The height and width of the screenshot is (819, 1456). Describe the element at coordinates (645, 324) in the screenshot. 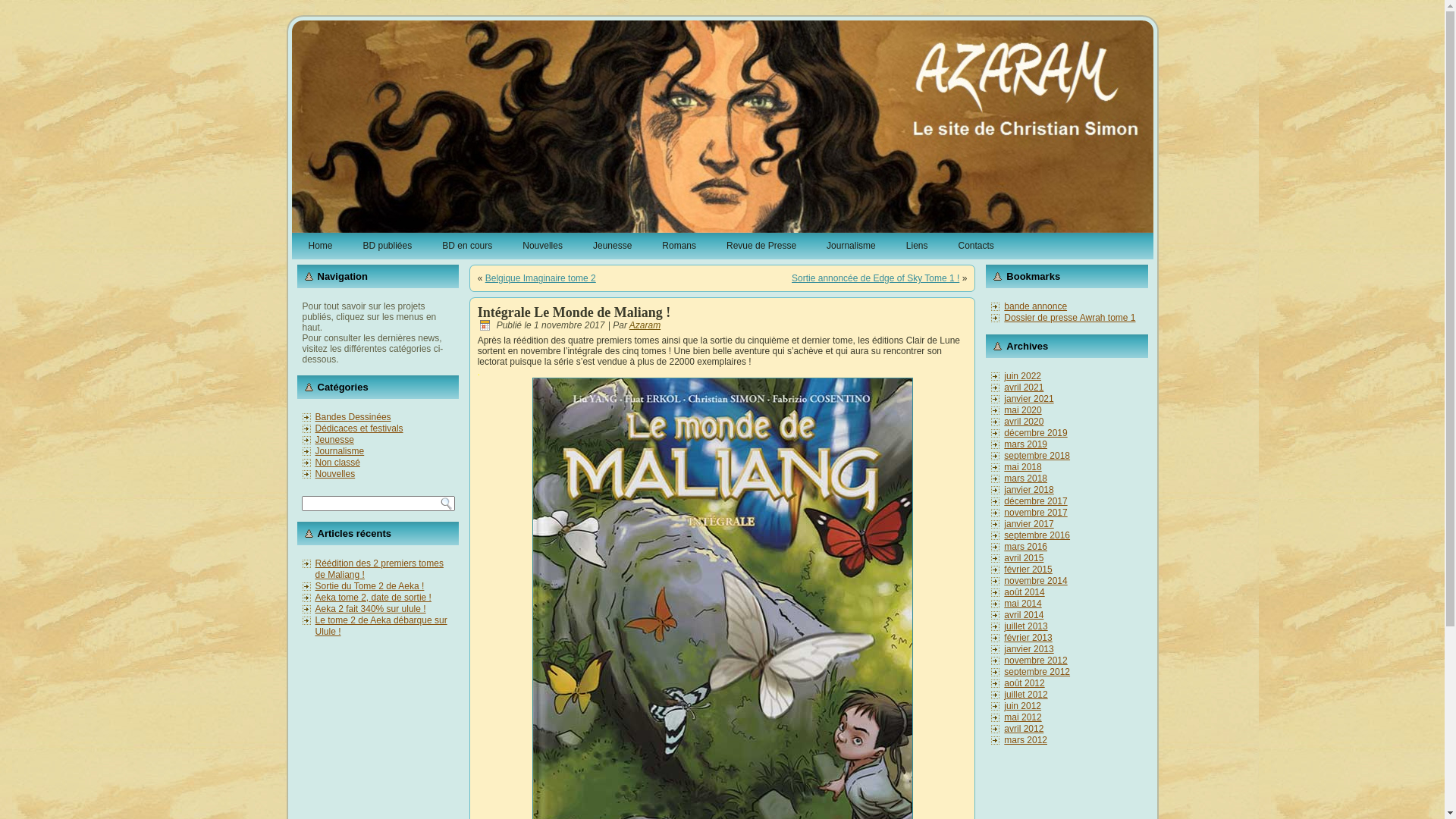

I see `'Azaram'` at that location.